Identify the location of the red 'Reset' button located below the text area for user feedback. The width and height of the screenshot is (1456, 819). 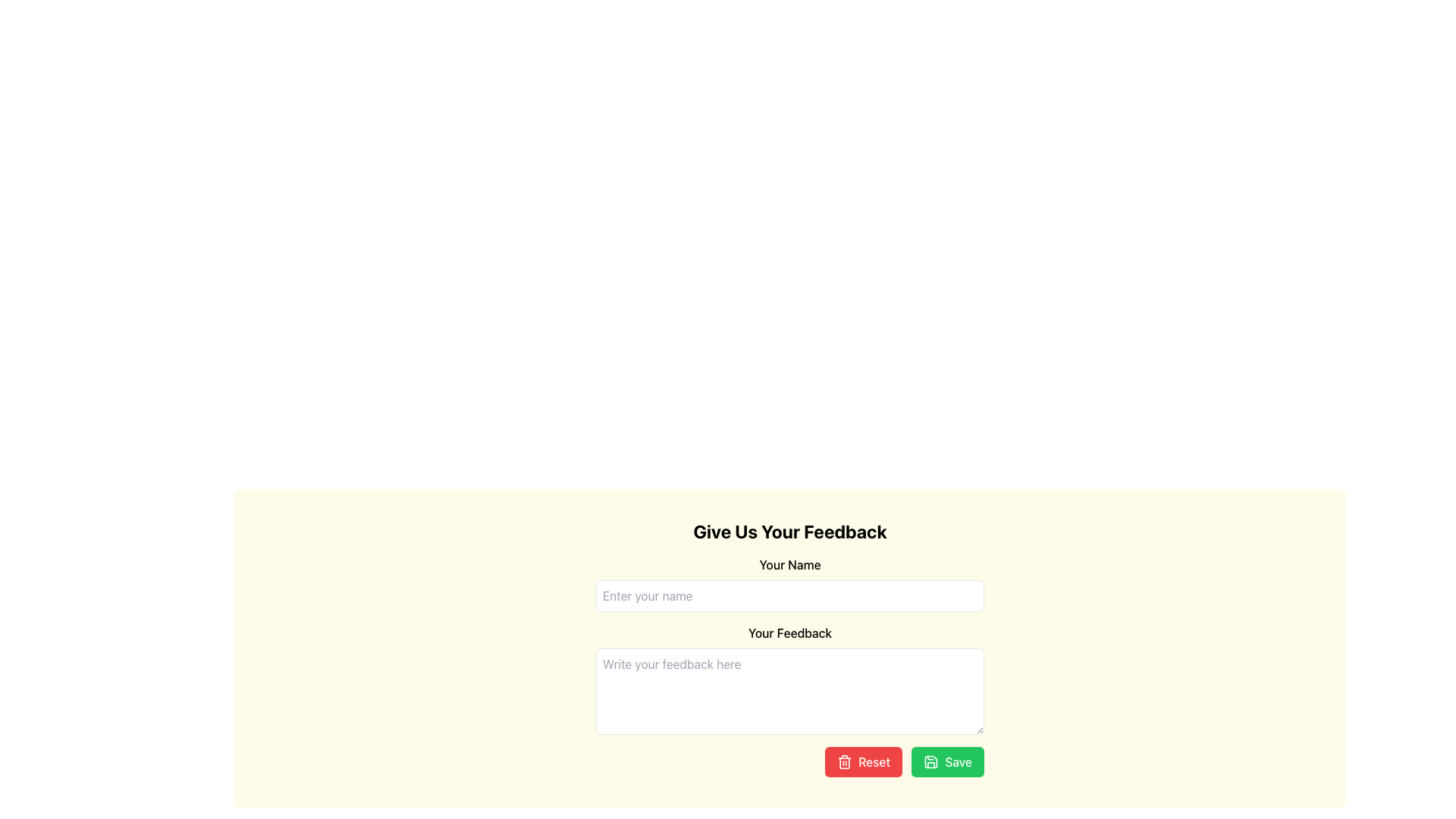
(874, 762).